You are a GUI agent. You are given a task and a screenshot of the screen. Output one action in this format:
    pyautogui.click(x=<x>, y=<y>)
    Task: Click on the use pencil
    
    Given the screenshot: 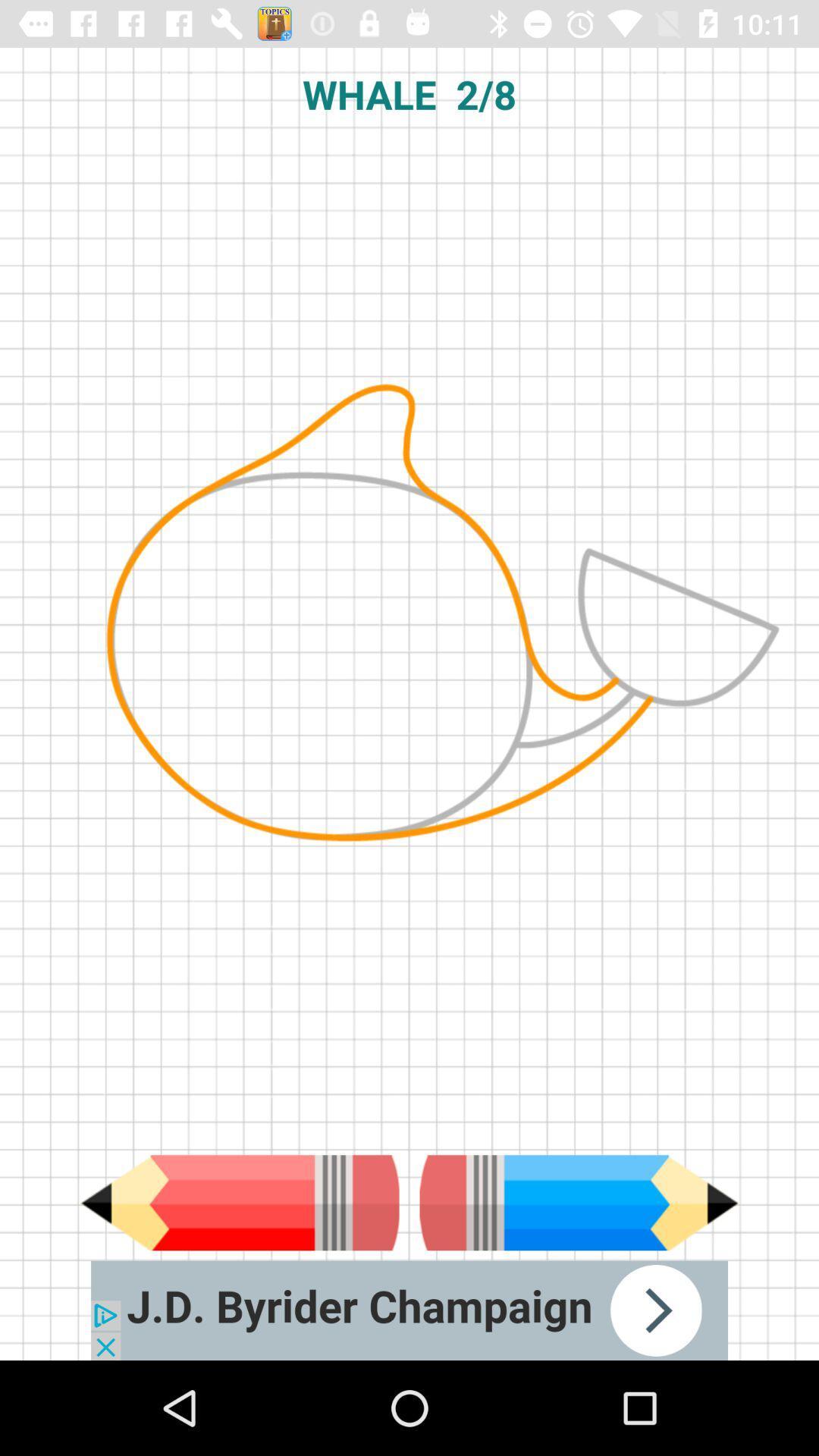 What is the action you would take?
    pyautogui.click(x=239, y=1202)
    